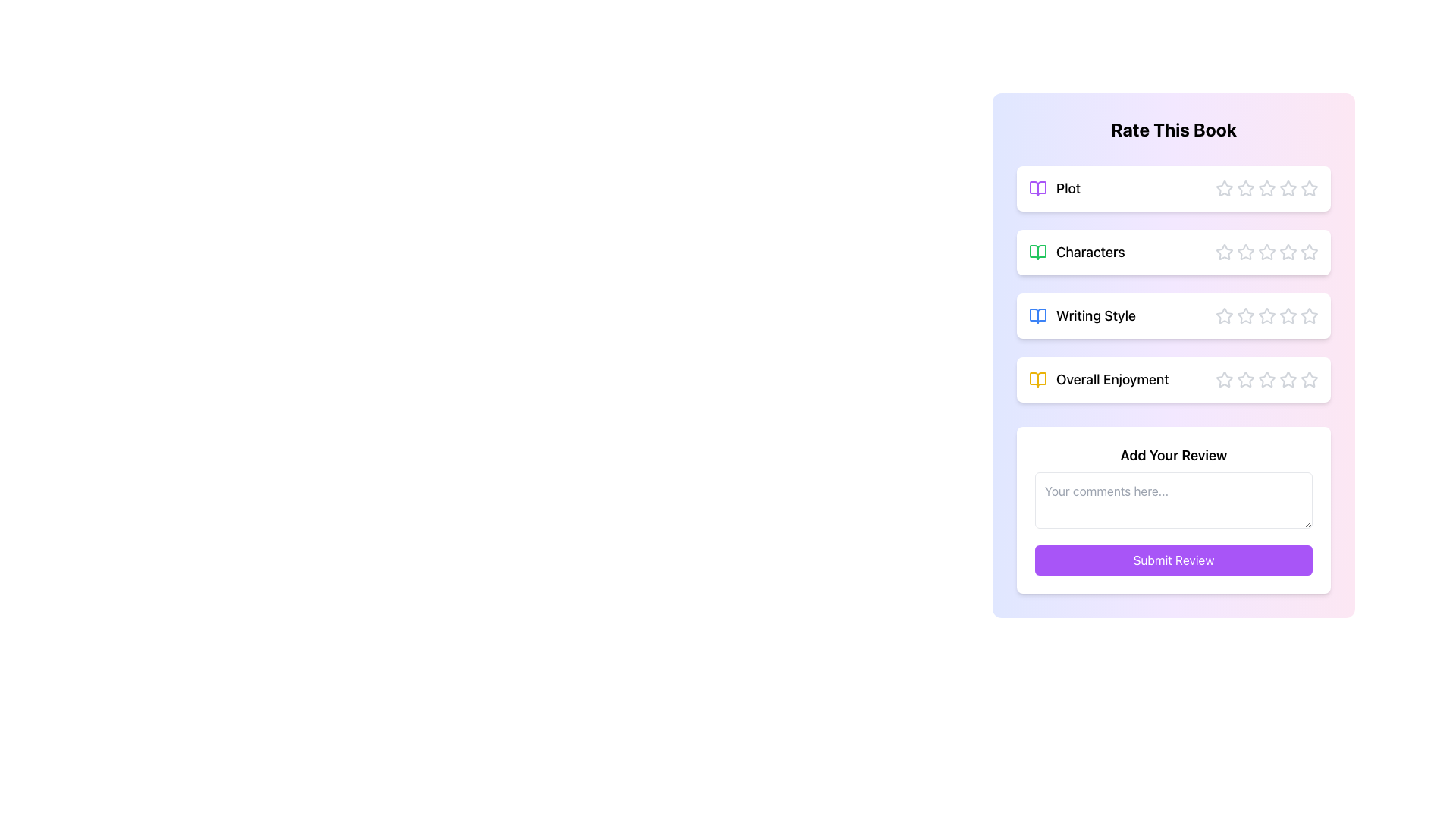  What do you see at coordinates (1266, 379) in the screenshot?
I see `the fourth star icon in the rating system` at bounding box center [1266, 379].